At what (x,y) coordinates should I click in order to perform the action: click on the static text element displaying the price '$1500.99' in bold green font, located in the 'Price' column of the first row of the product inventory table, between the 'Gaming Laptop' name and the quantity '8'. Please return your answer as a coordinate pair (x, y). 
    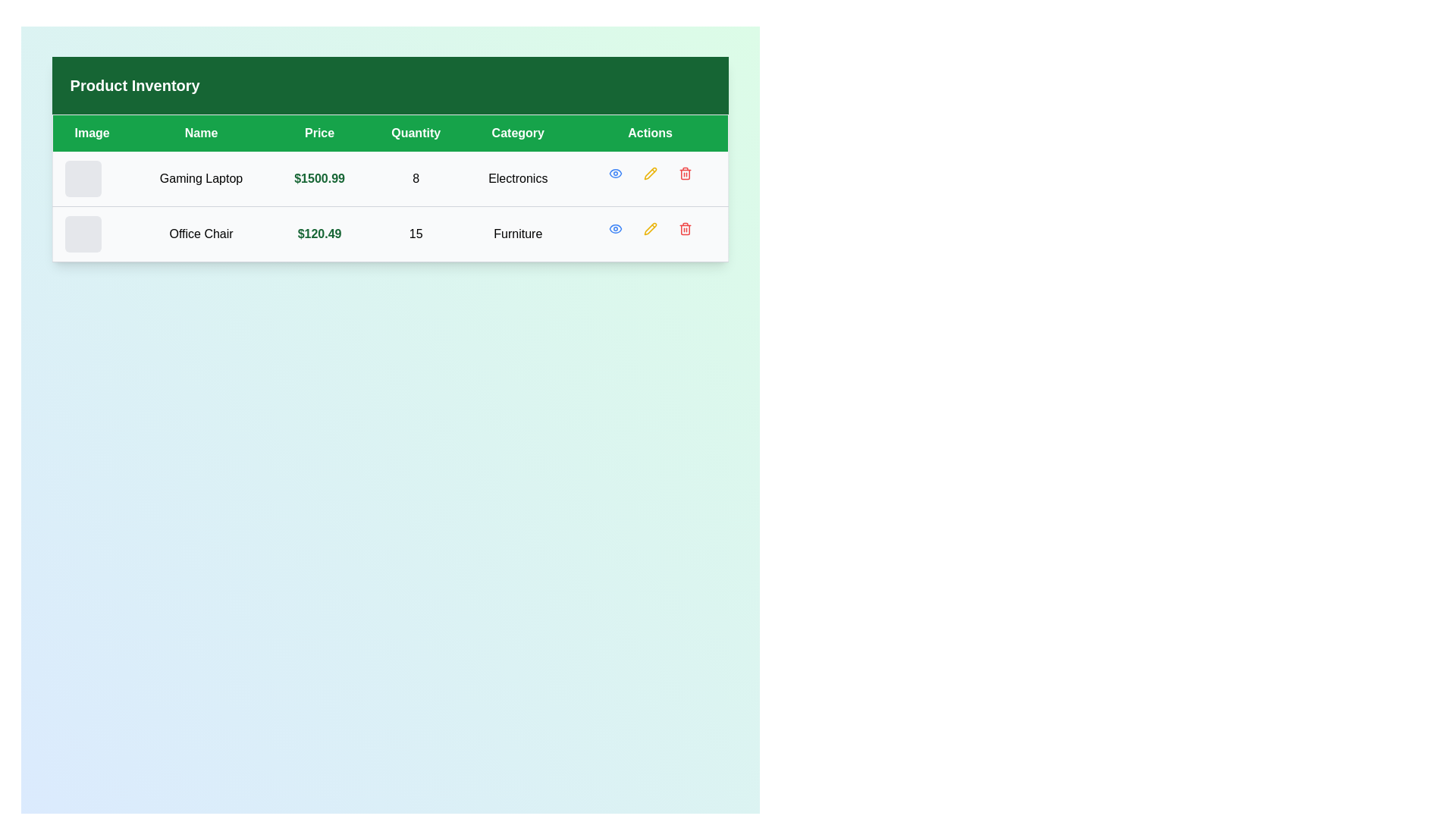
    Looking at the image, I should click on (318, 178).